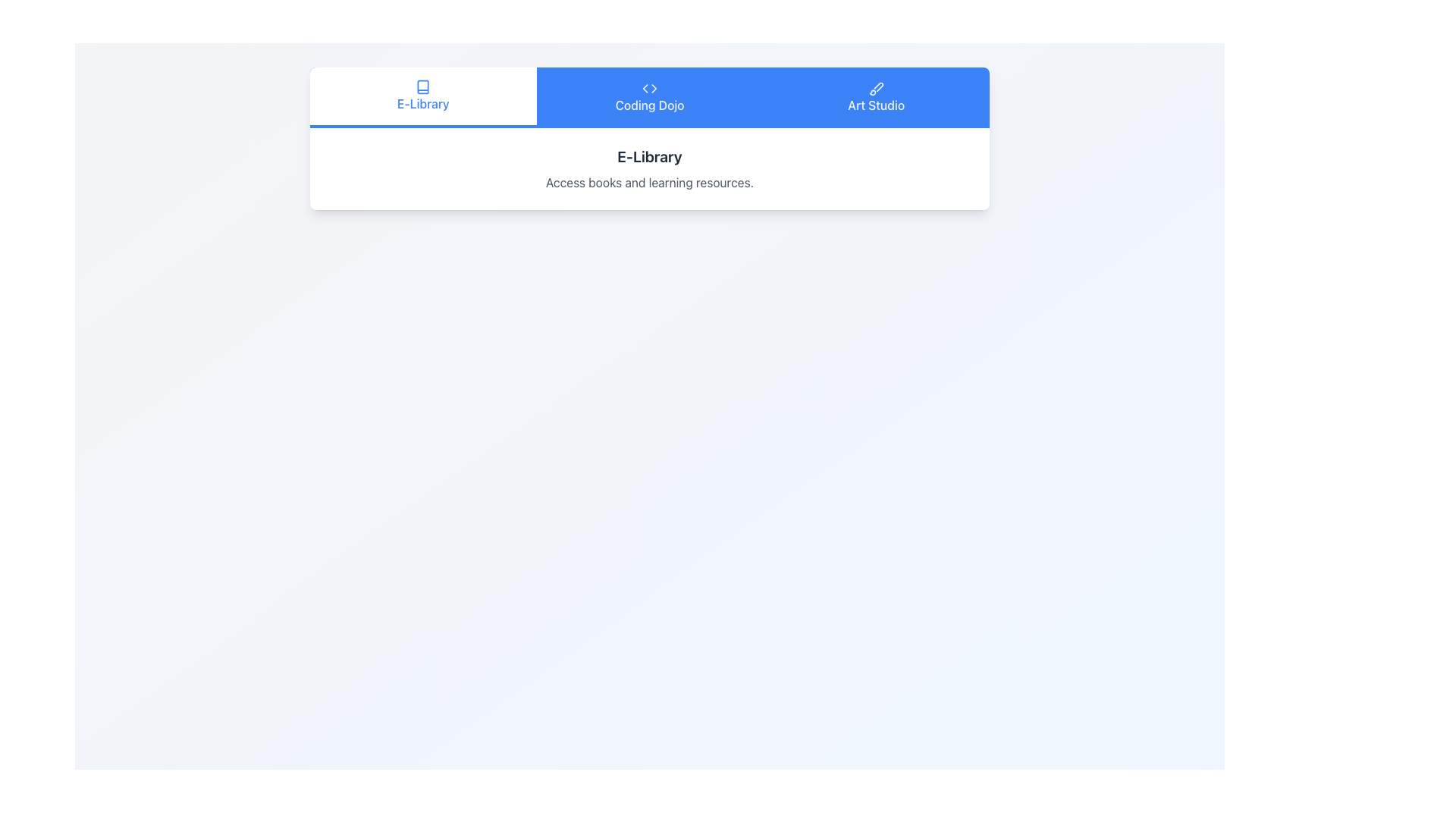  Describe the element at coordinates (876, 104) in the screenshot. I see `the 'Art Studio' navigation option in the horizontal menu` at that location.